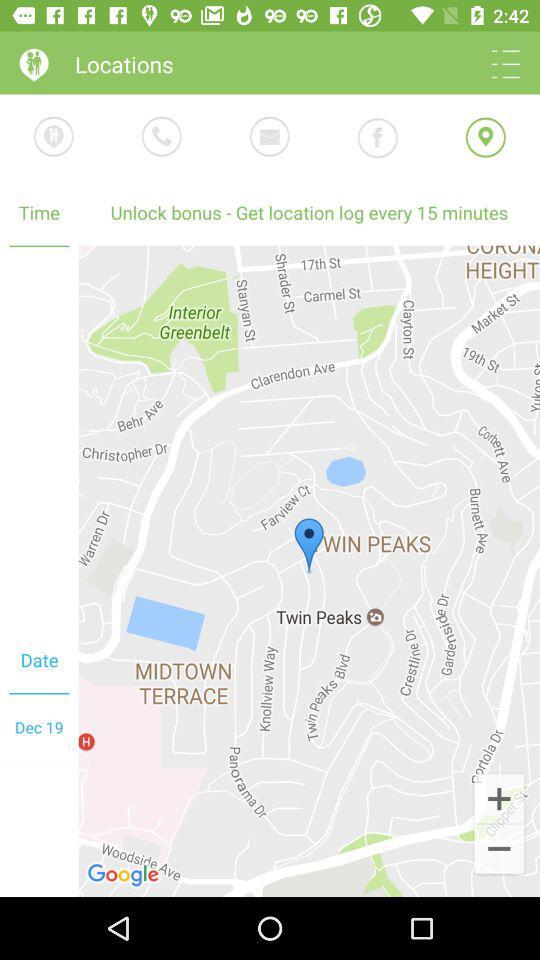  I want to click on the icon beside the call icon, so click(54, 135).